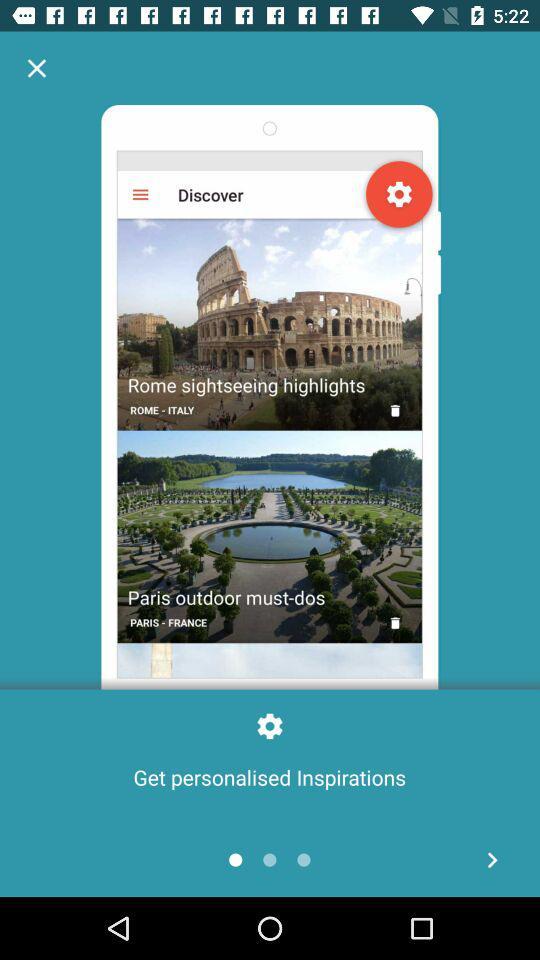 This screenshot has height=960, width=540. I want to click on next page, so click(491, 859).